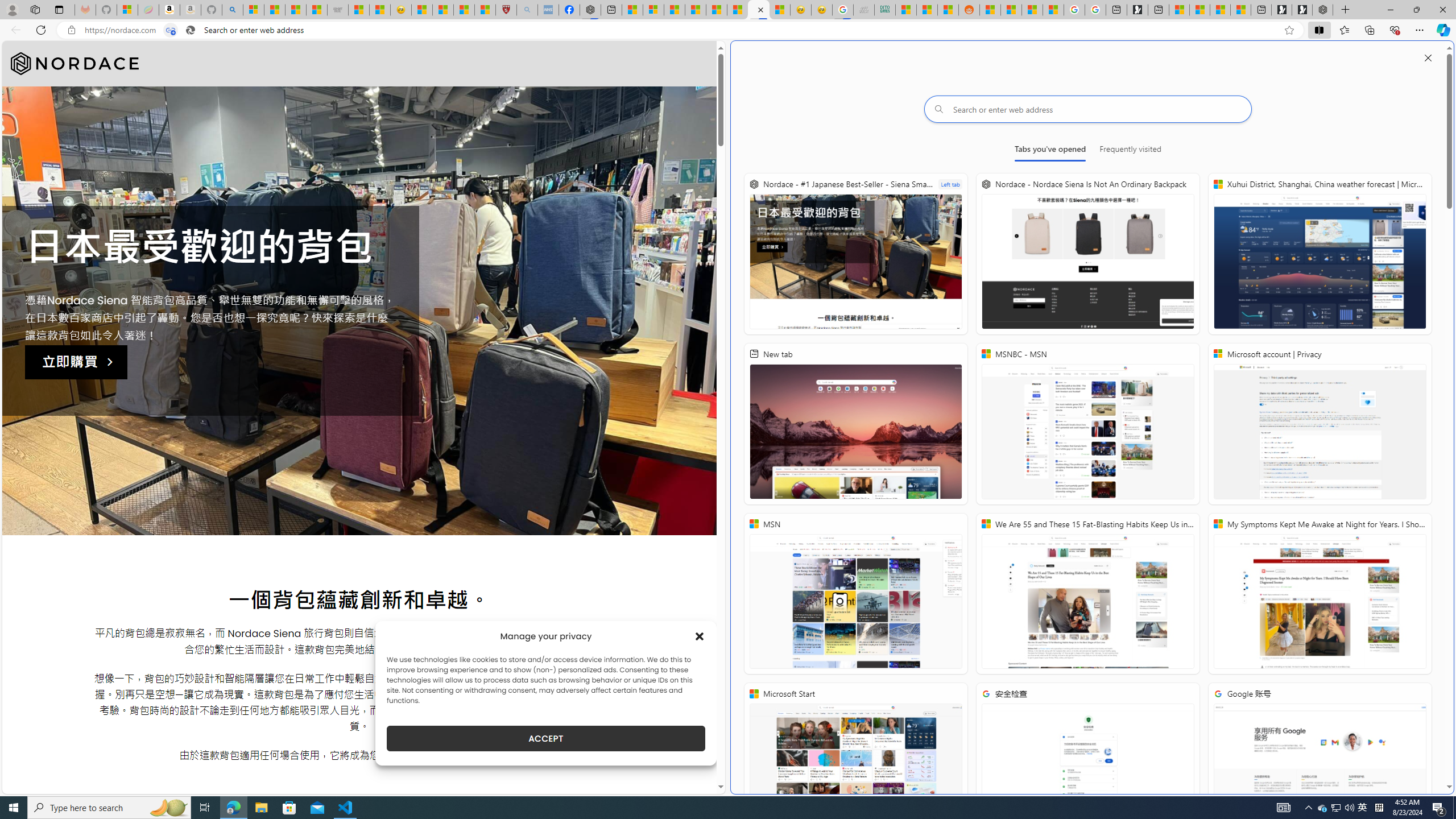 This screenshot has height=819, width=1456. Describe the element at coordinates (1319, 423) in the screenshot. I see `'Microsoft account | Privacy'` at that location.